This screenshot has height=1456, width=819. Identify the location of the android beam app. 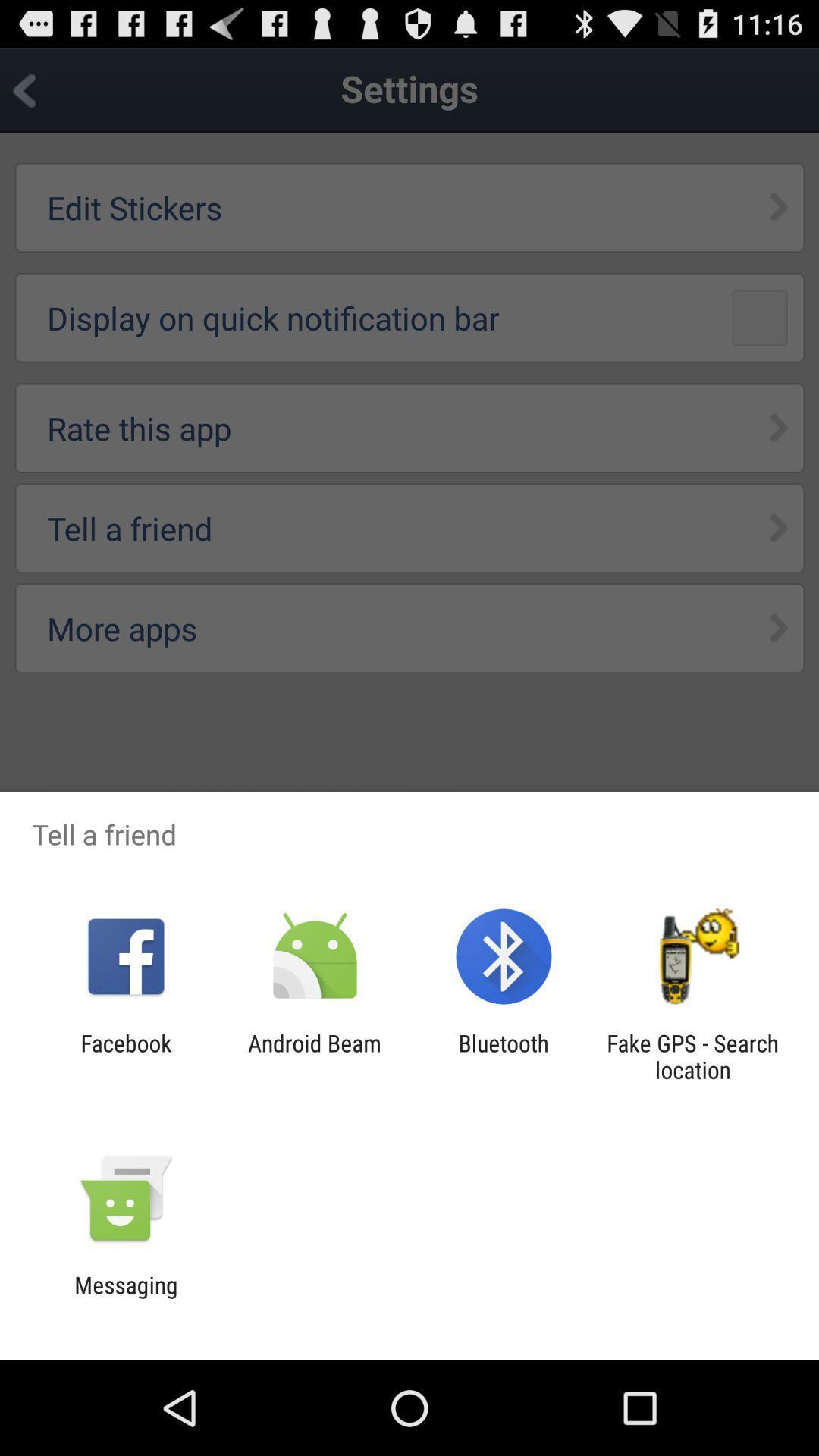
(314, 1056).